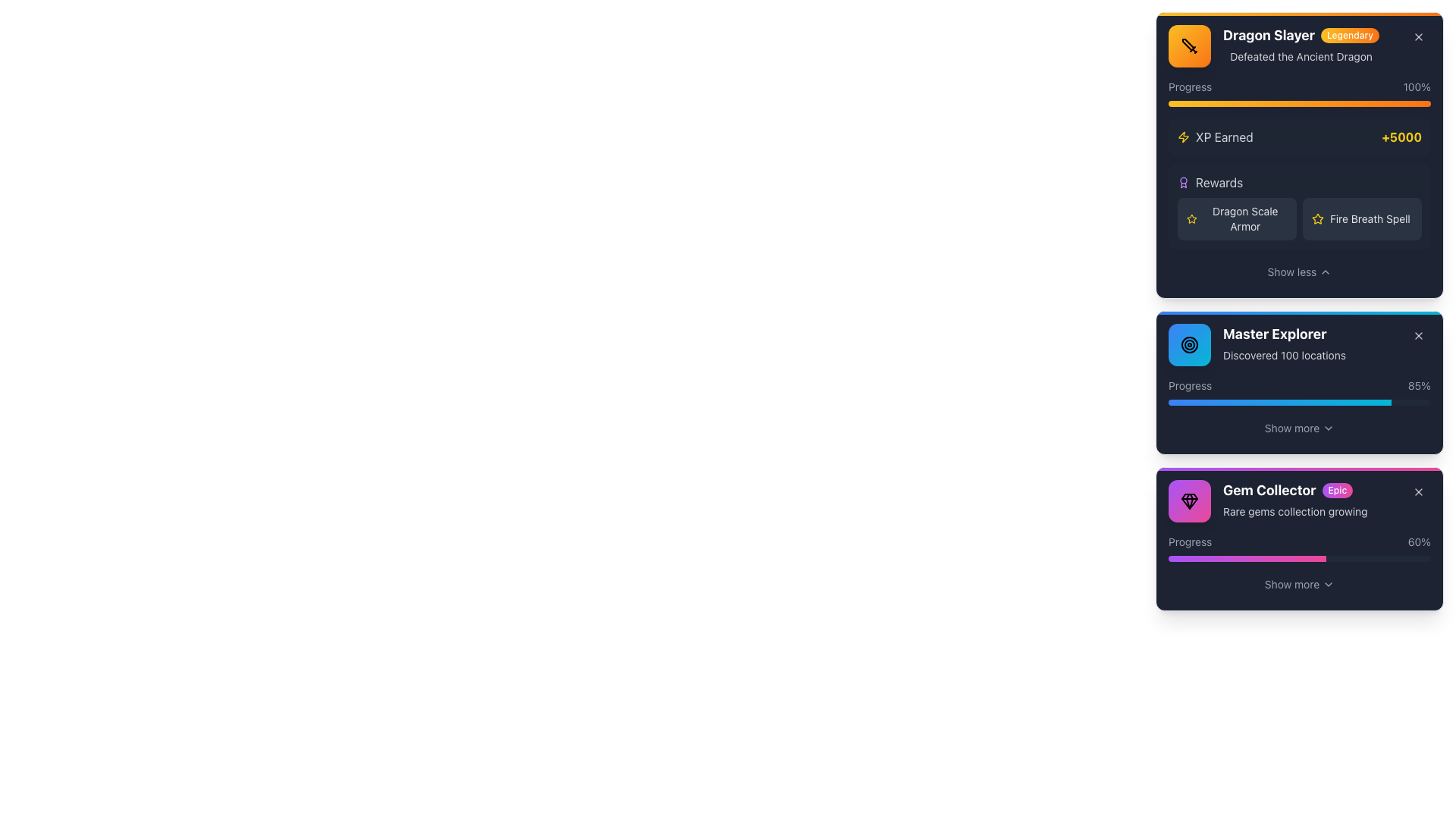 This screenshot has height=819, width=1456. Describe the element at coordinates (1294, 512) in the screenshot. I see `the text label displaying 'Rare gems collection growing' in light gray font, positioned below the 'Gem Collector' title within a dark background card` at that location.